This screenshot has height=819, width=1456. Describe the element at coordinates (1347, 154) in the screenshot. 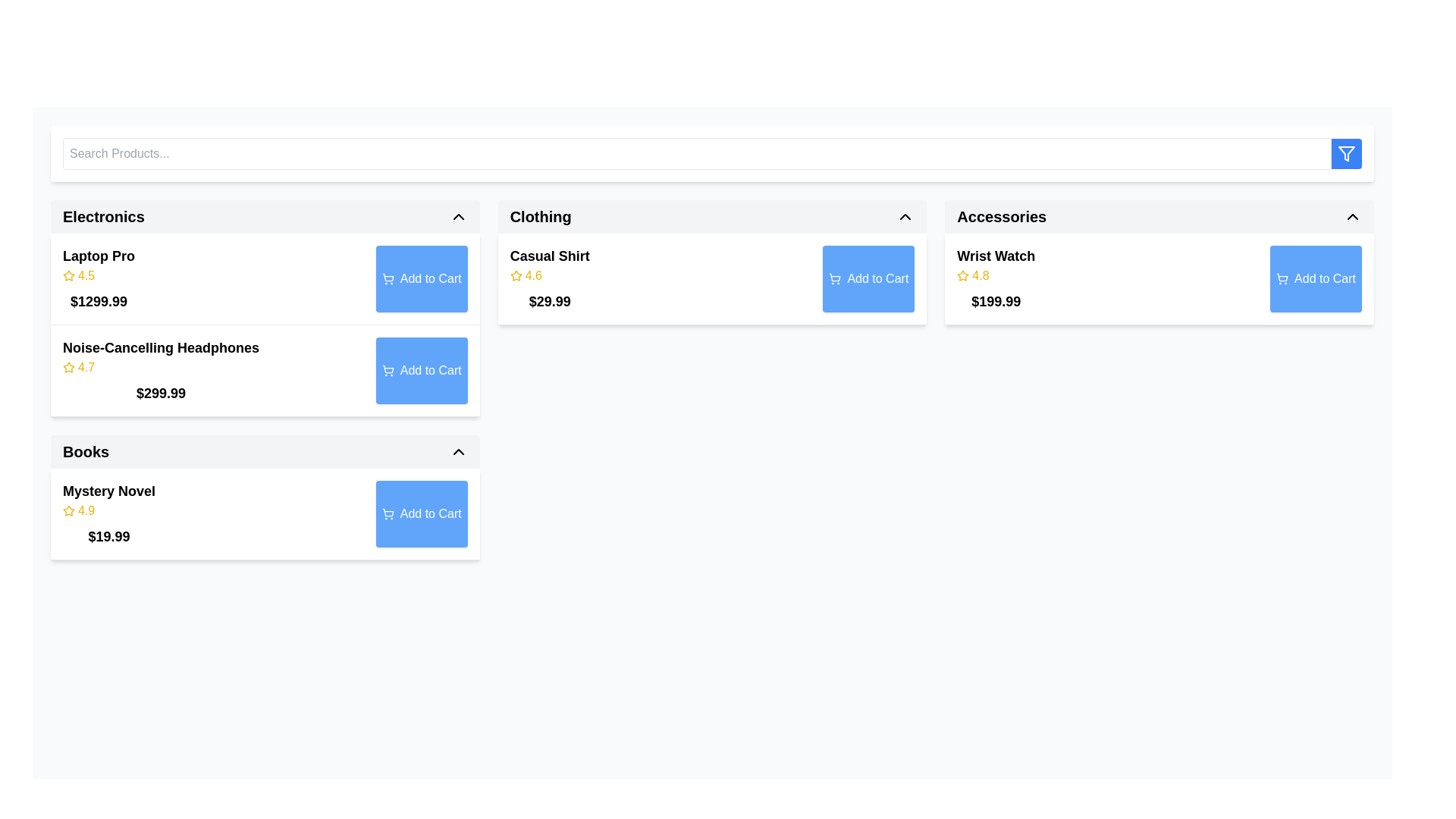

I see `the vibrant blue filter button with rounded right corners, located at the far right of the horizontal search bar` at that location.